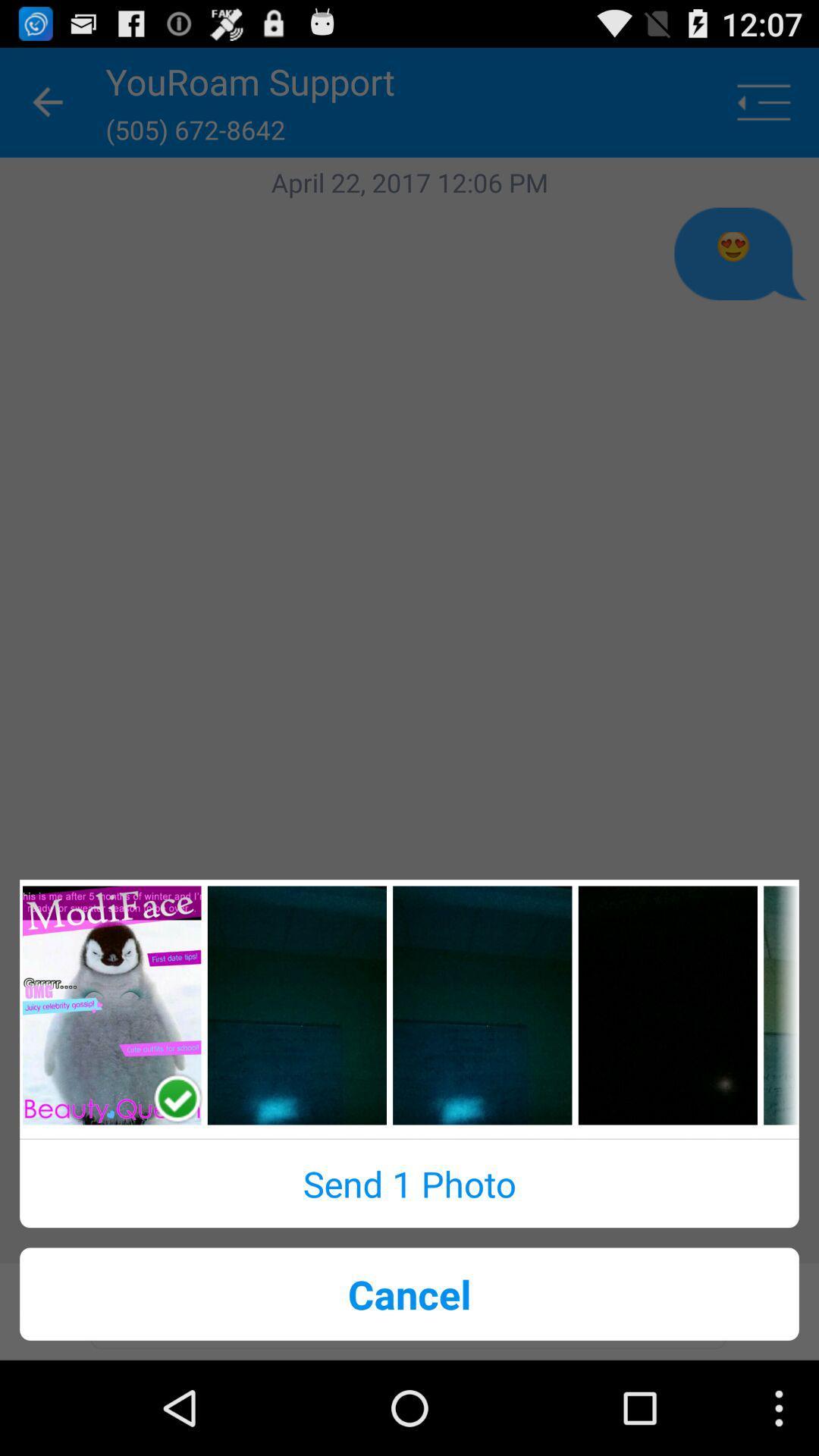  I want to click on photo option, so click(482, 1005).